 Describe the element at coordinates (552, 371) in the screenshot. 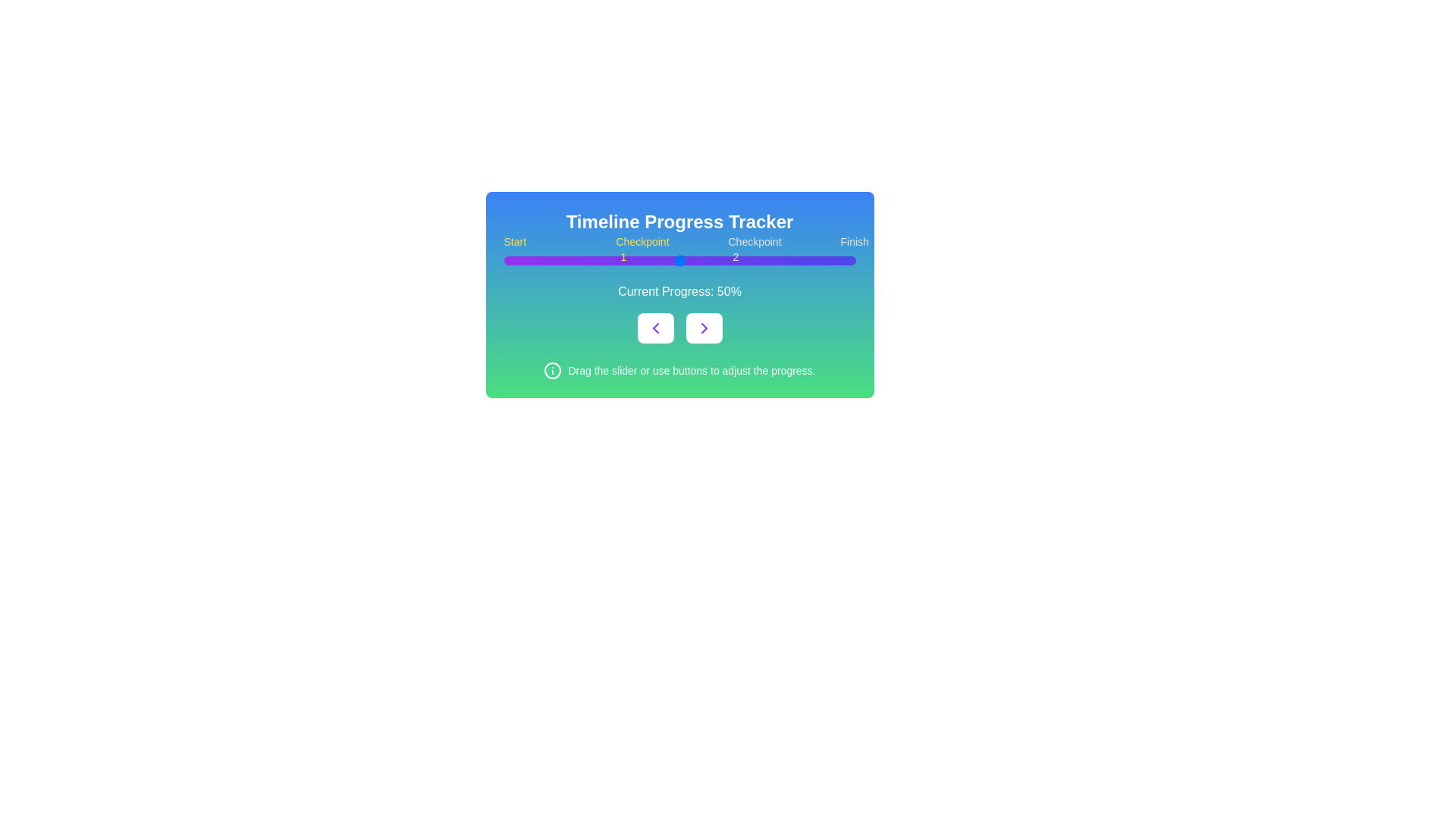

I see `the SVG Circle element, which is a small circle with a radius of 10 units, located within an icon-like structure in the lower-left section of the green-blue gradient panel` at that location.